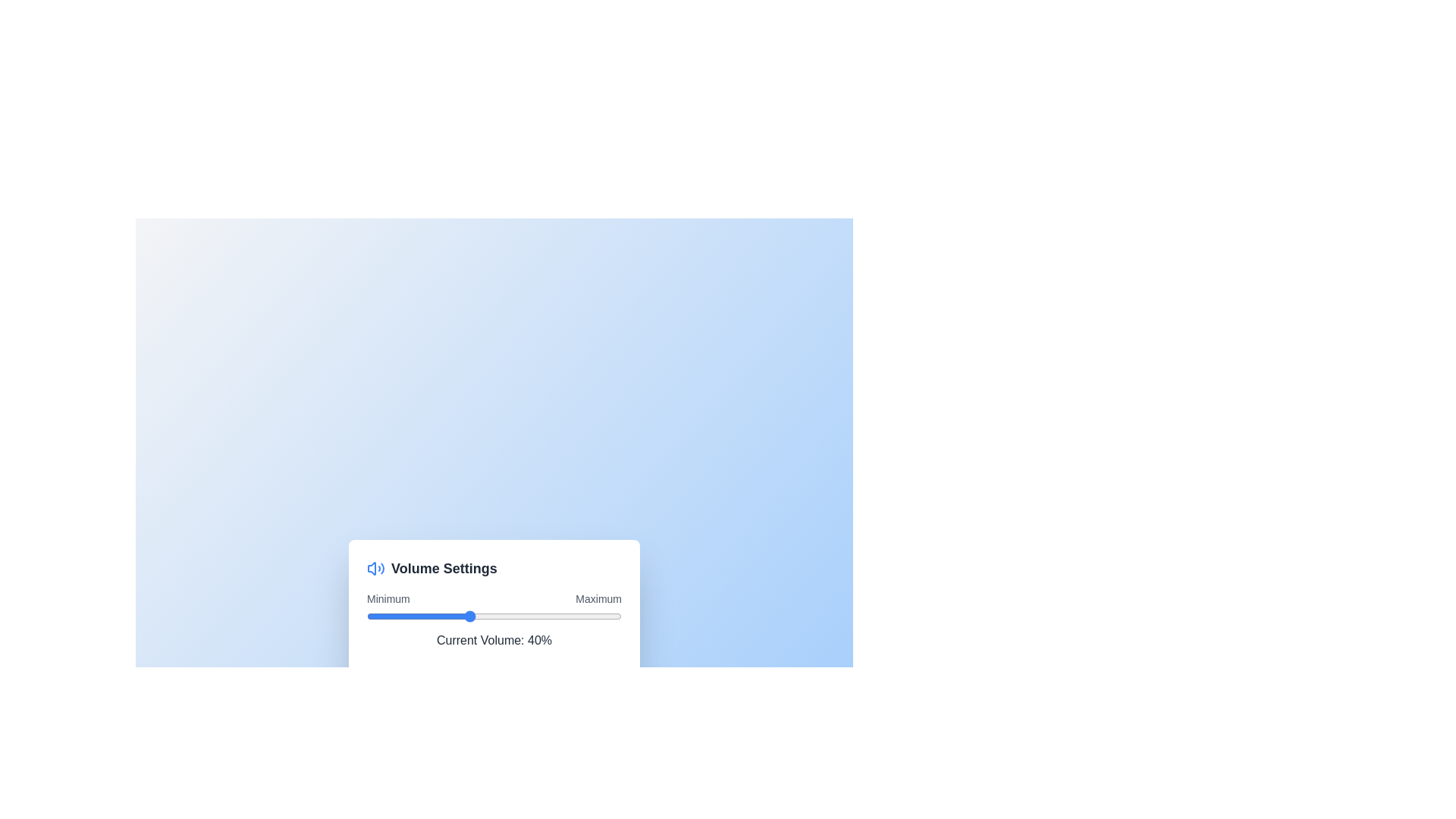  I want to click on the volume slider to 79%, so click(567, 616).